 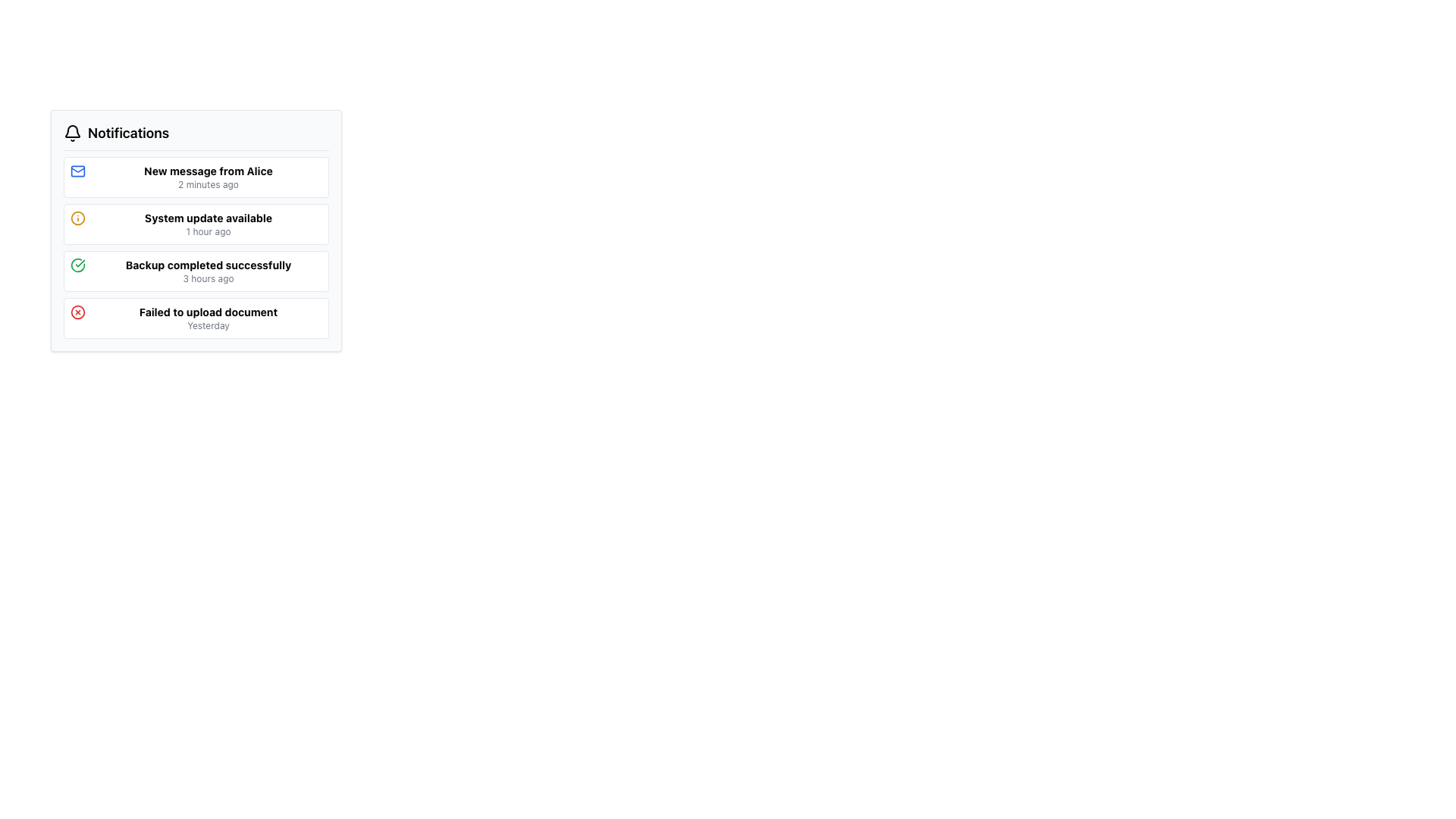 What do you see at coordinates (72, 133) in the screenshot?
I see `the notification bell icon located on the leftmost side of the notifications section, which indicates the presence of new or recent notifications` at bounding box center [72, 133].